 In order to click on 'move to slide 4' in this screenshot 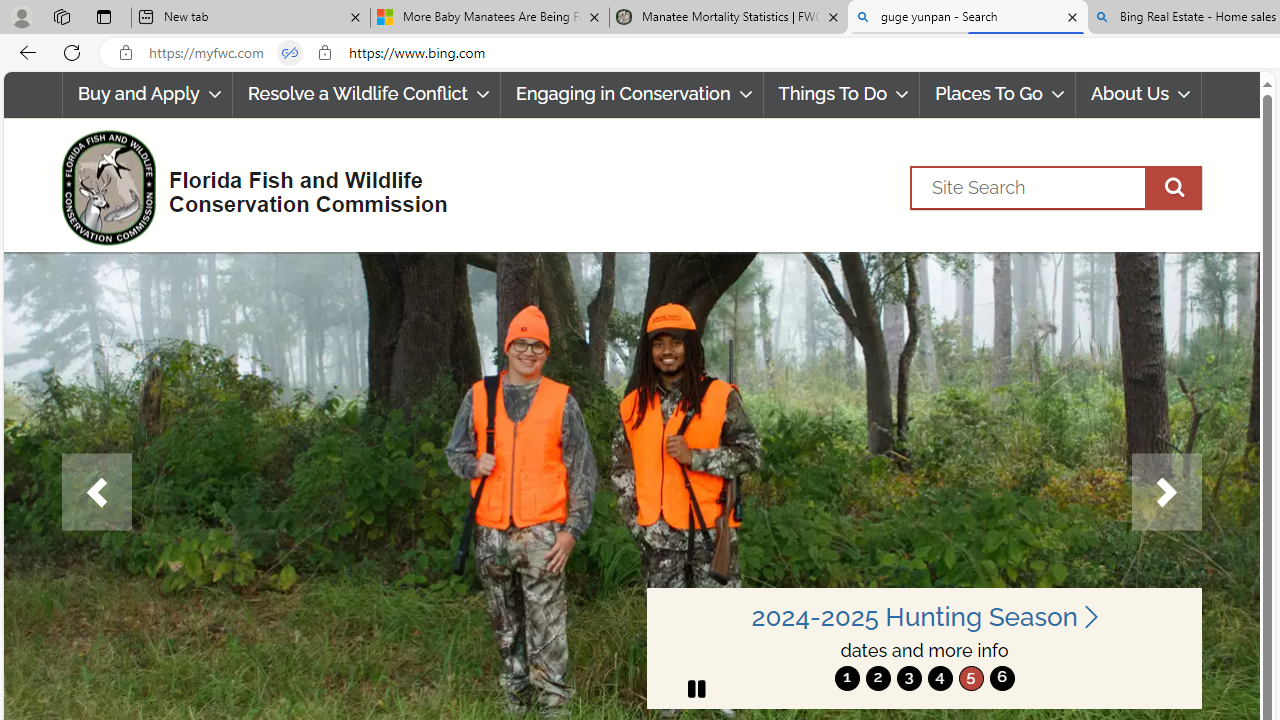, I will do `click(939, 677)`.